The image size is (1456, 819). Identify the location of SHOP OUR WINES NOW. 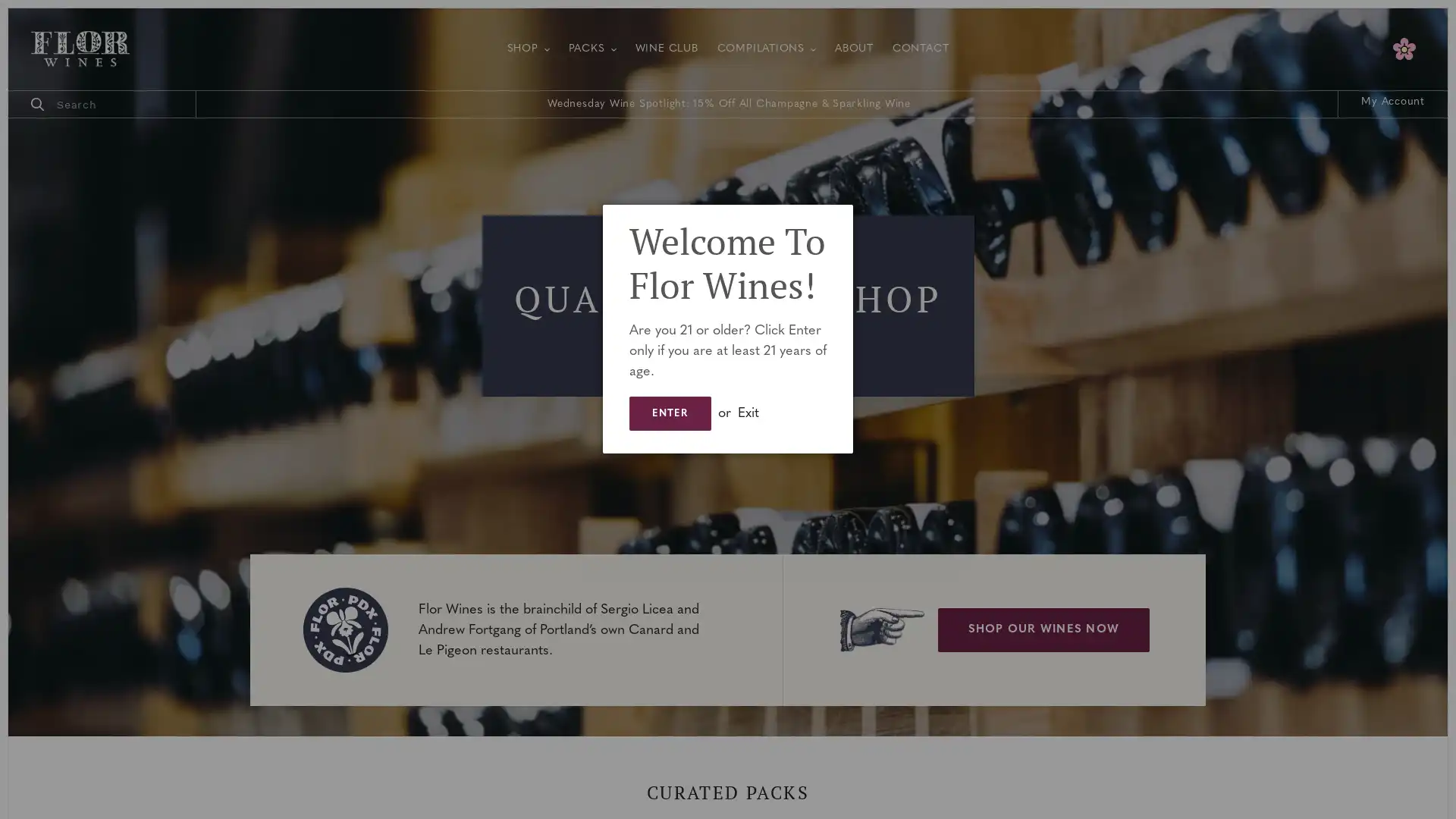
(1043, 629).